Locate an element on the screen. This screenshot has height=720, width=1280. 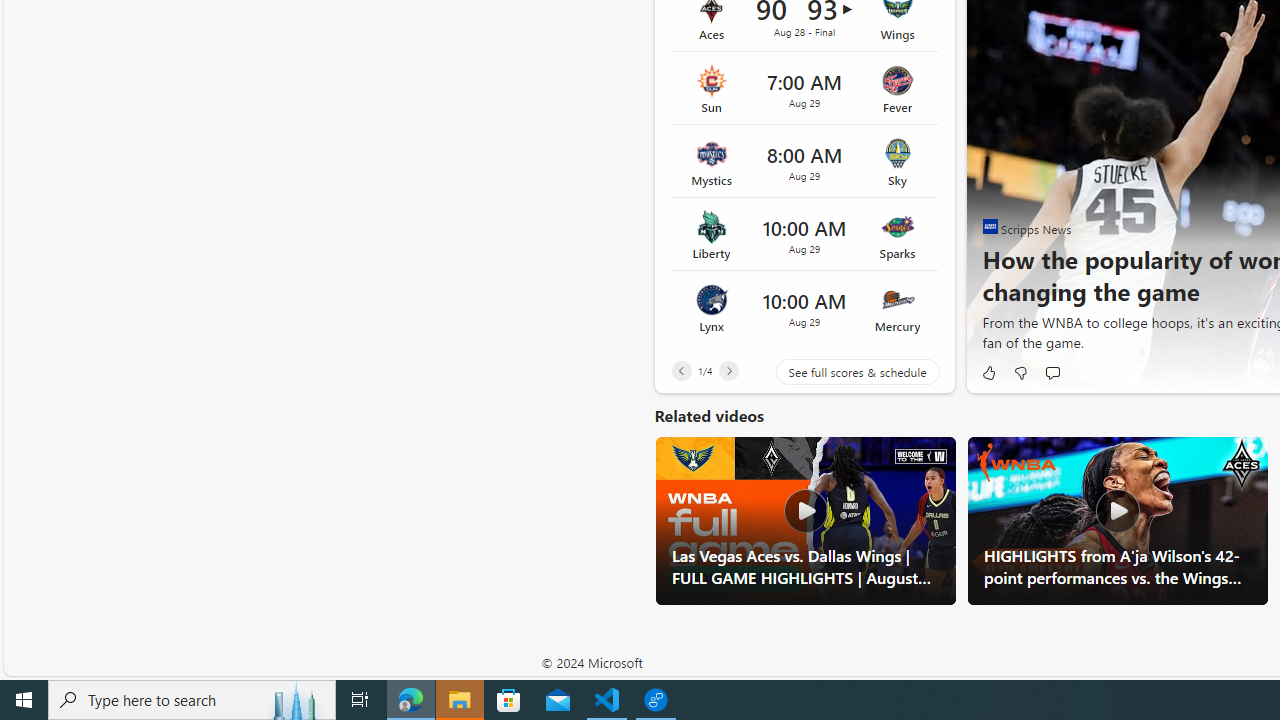
'Sun vs Fever Time 7:00 AM Date Aug 29' is located at coordinates (804, 87).